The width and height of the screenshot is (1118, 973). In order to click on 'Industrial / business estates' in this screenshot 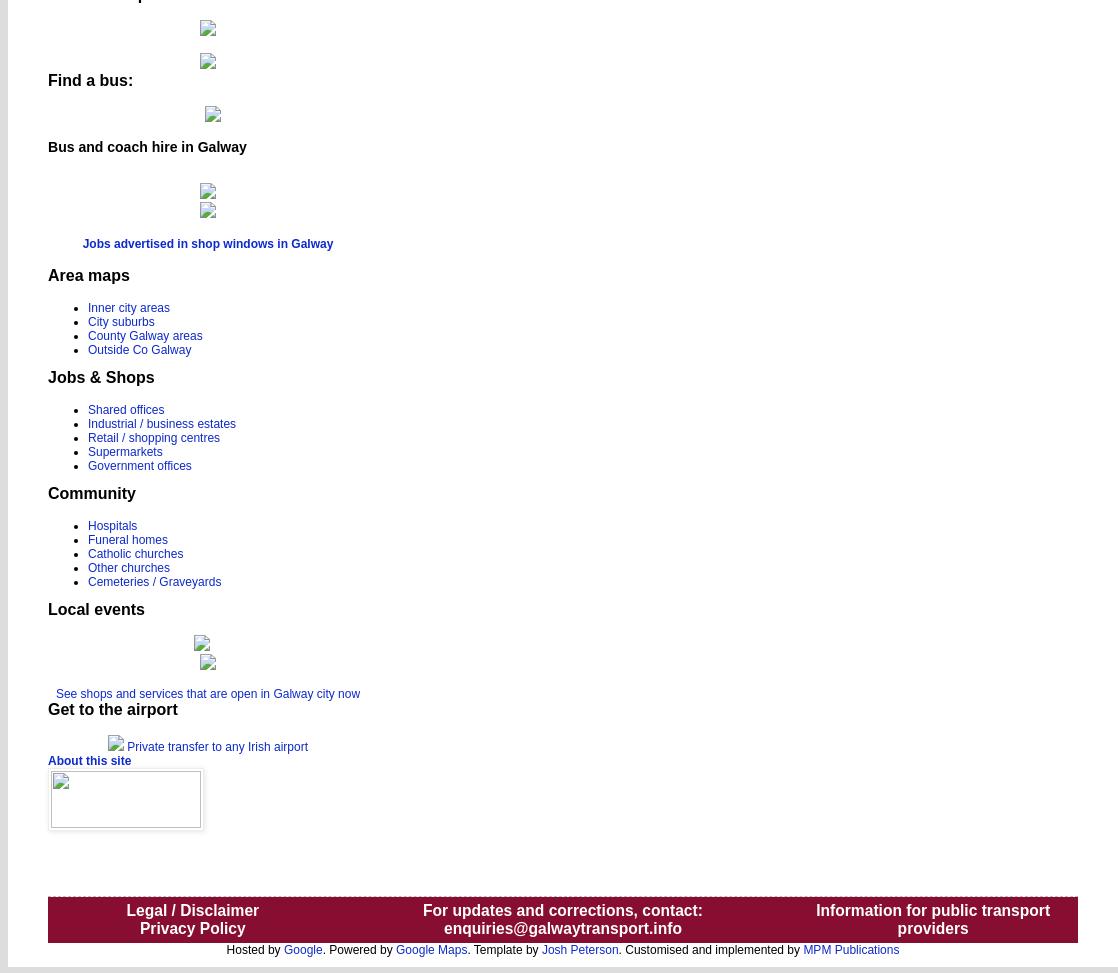, I will do `click(161, 422)`.